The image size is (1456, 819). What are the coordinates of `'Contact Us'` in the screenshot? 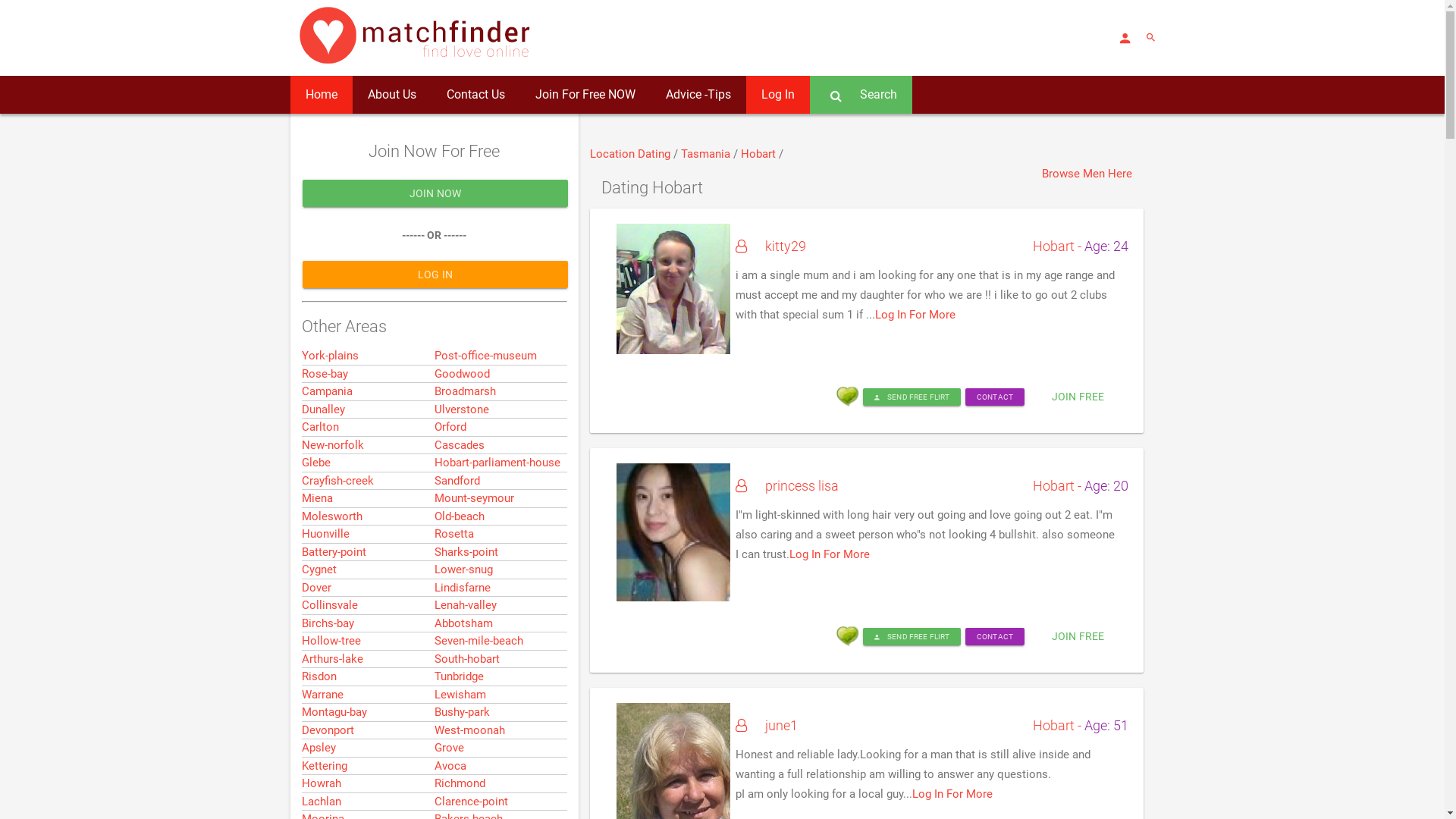 It's located at (474, 94).